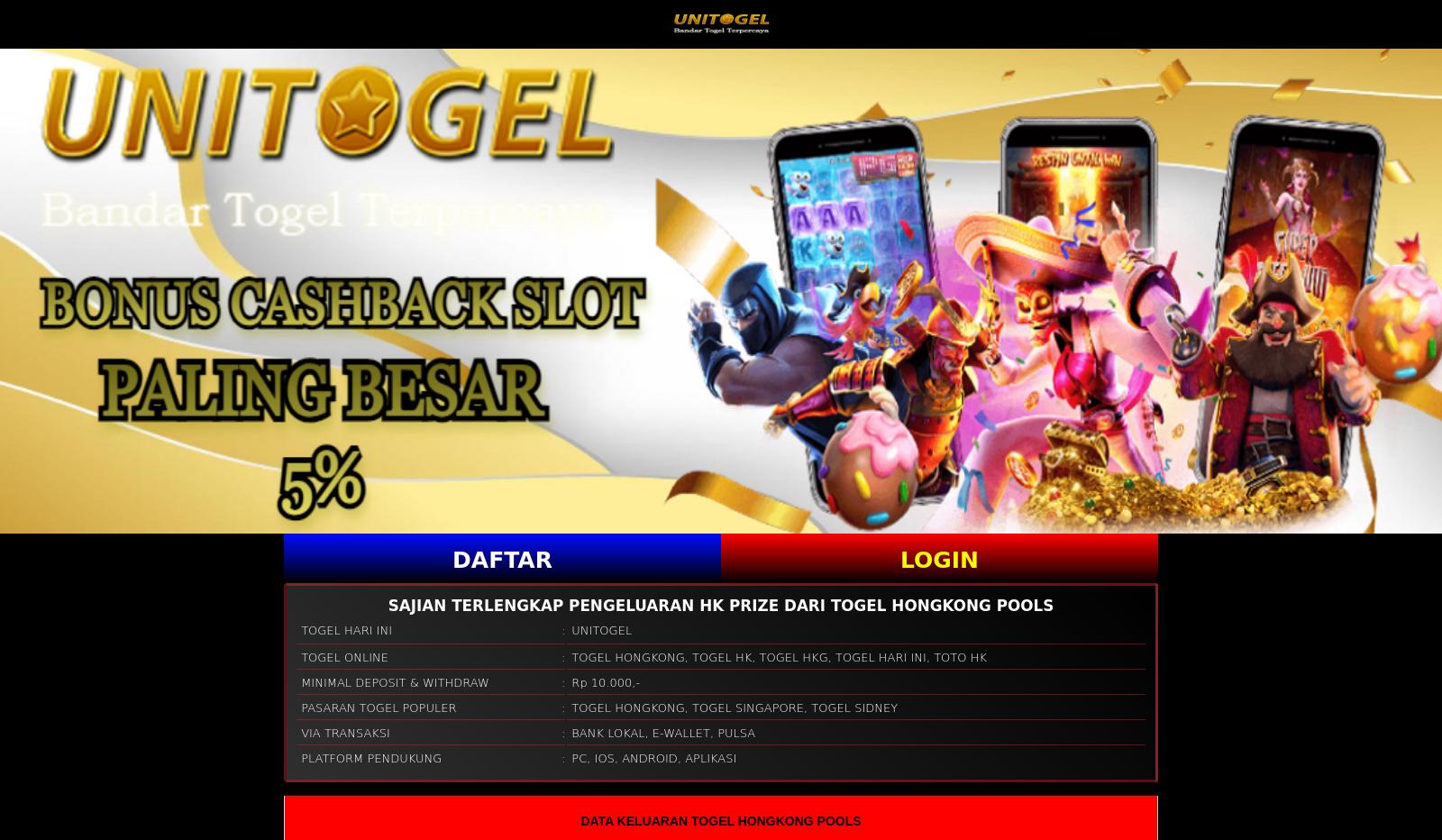  What do you see at coordinates (601, 629) in the screenshot?
I see `'UNITOGEL'` at bounding box center [601, 629].